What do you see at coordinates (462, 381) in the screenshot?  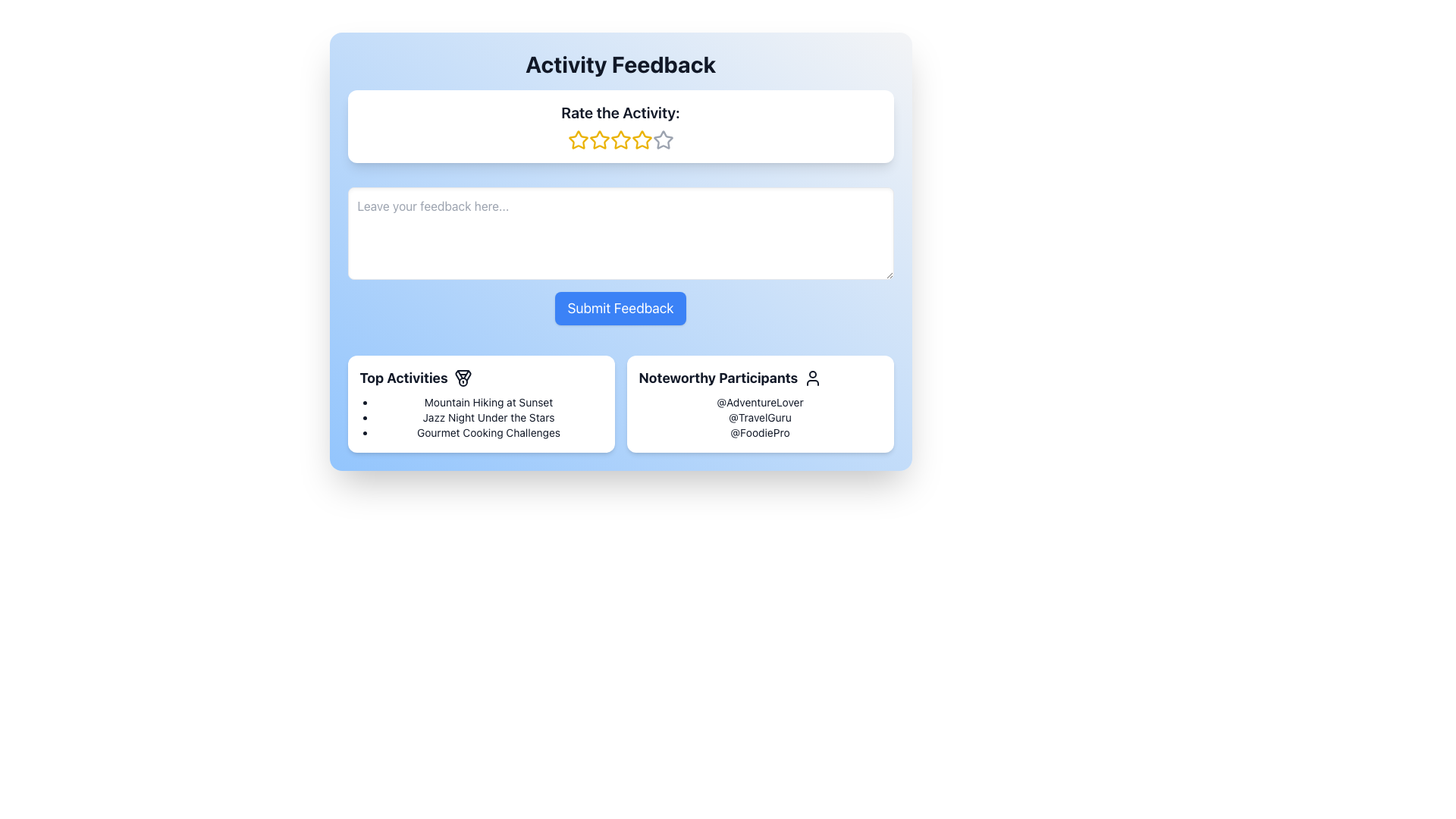 I see `the circular SVG element located next to the 'Top Activities' section, which is part of a medal-like icon` at bounding box center [462, 381].